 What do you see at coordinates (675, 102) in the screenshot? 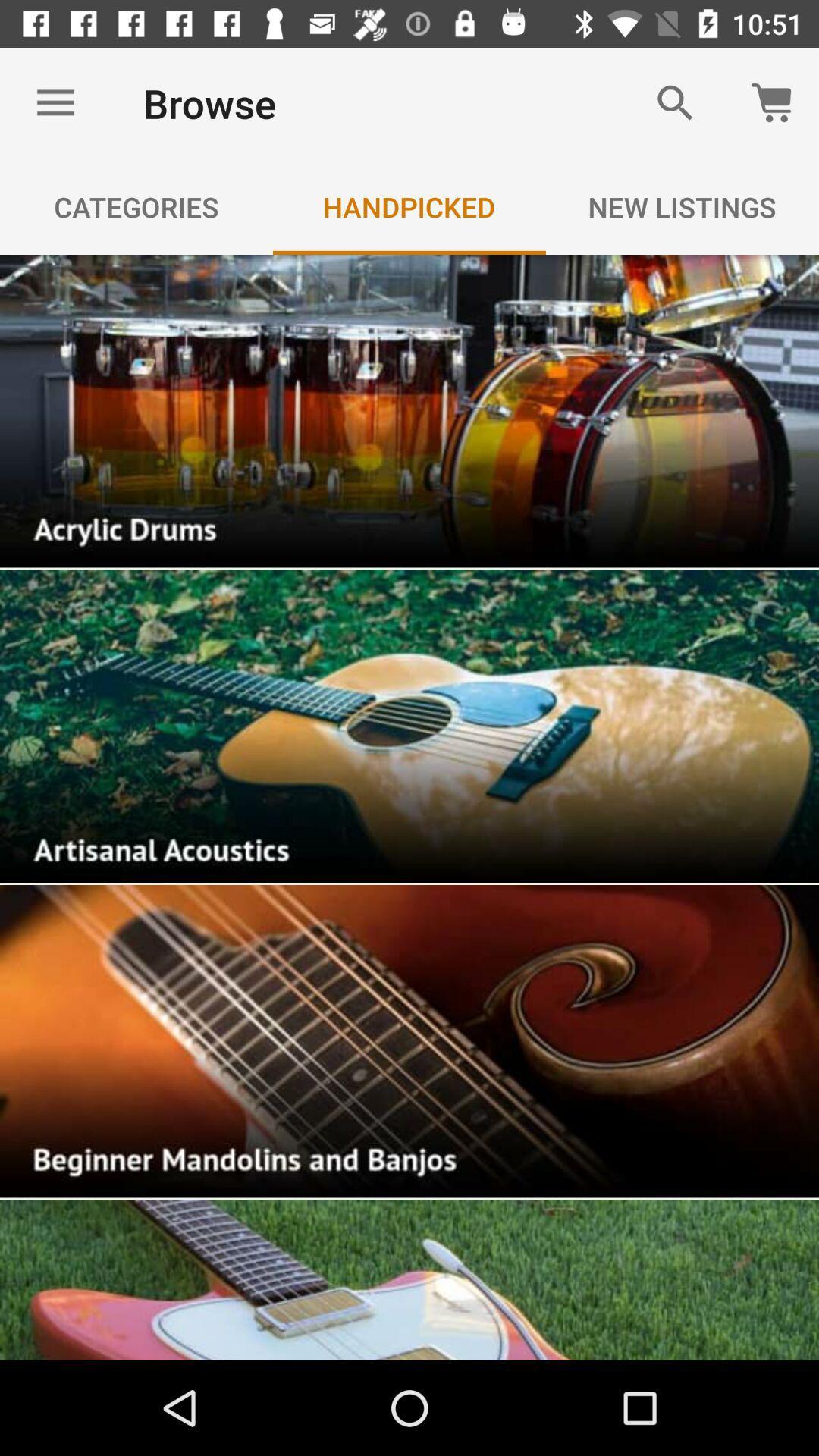
I see `the item to the right of browse` at bounding box center [675, 102].